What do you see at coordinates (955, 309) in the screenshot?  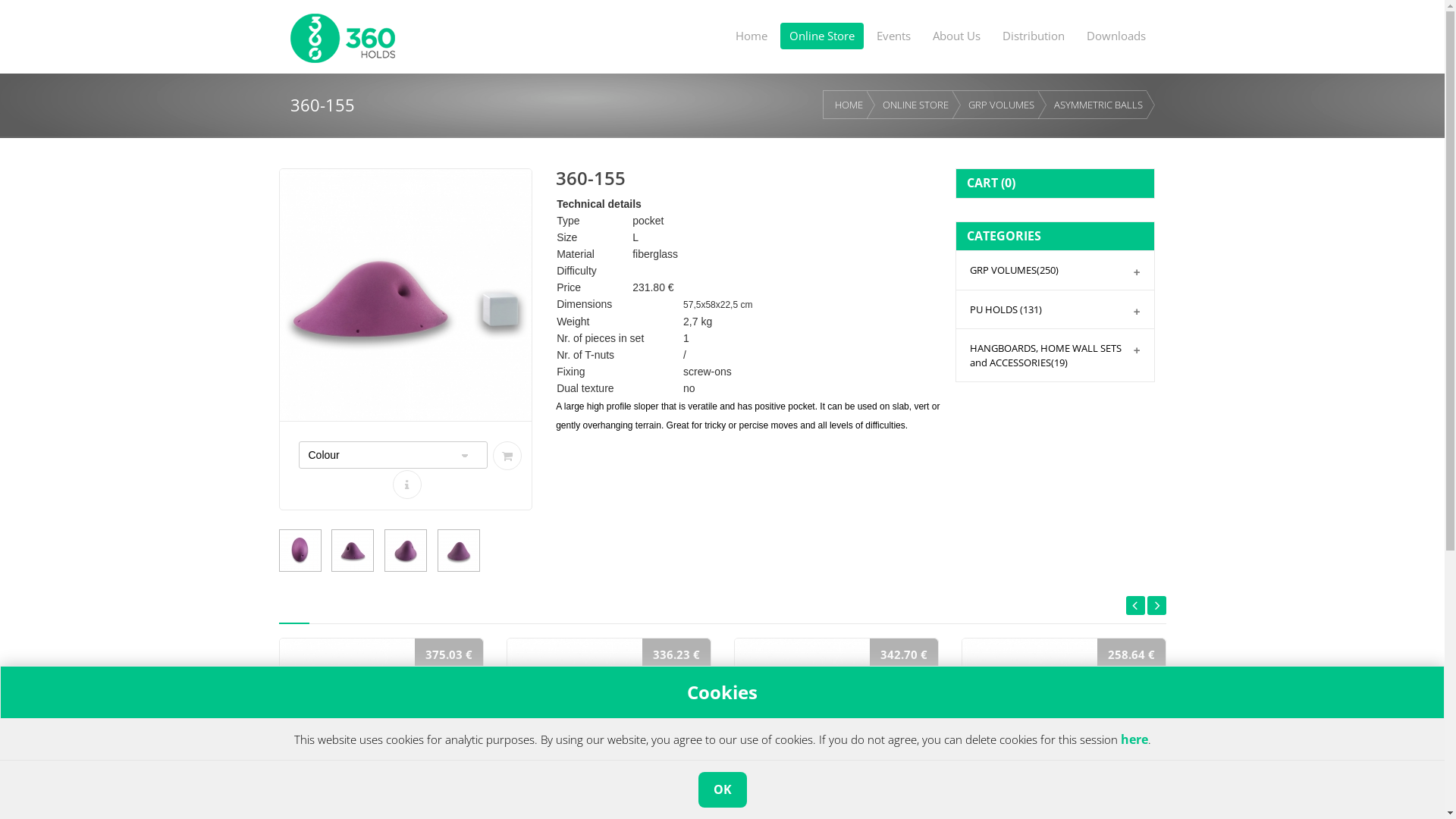 I see `'PU HOLDS (131)'` at bounding box center [955, 309].